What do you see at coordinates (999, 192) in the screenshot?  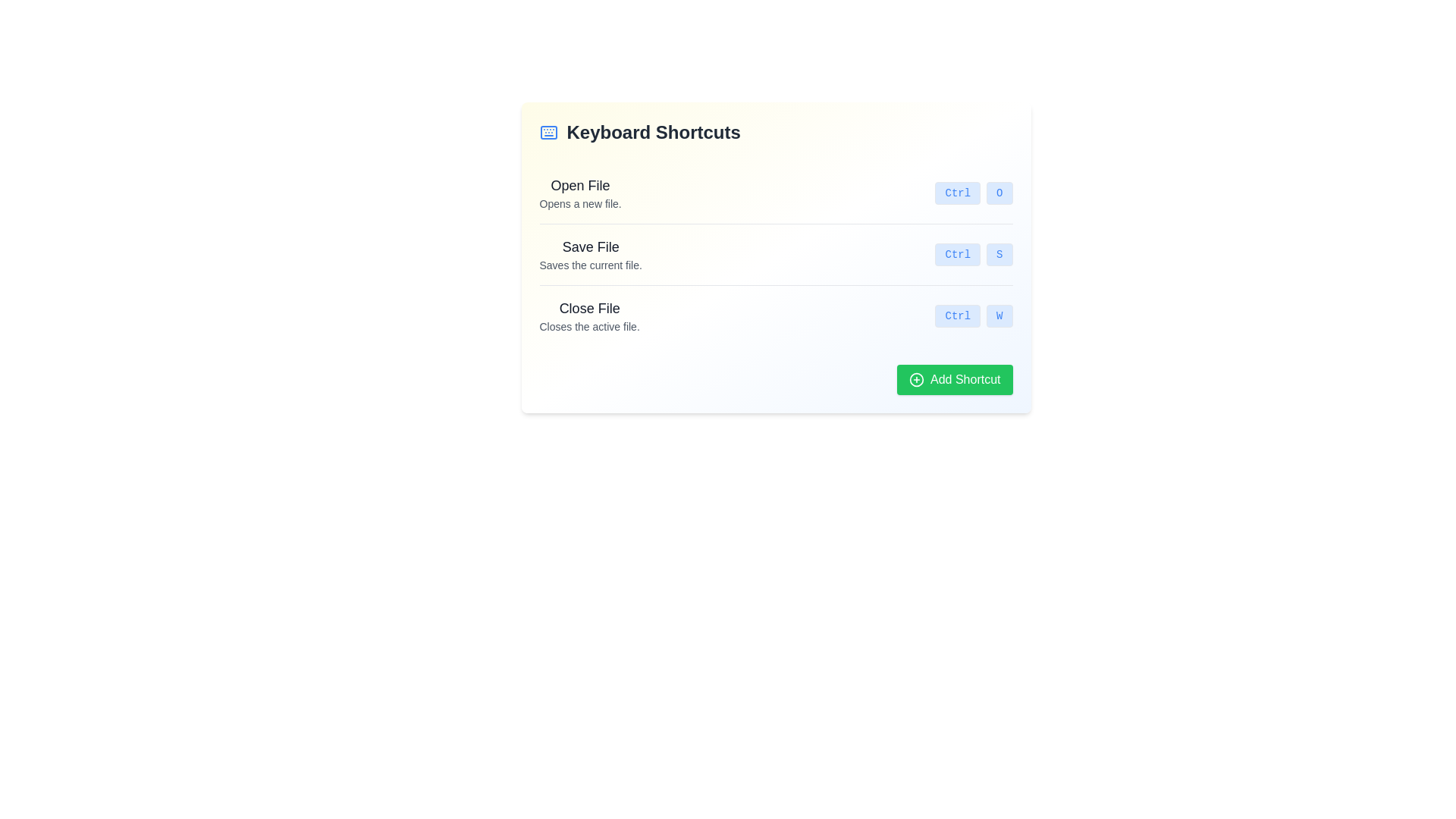 I see `the static display component representing the 'O' key in the 'Open File' shortcut, located to the right of 'Ctrl'` at bounding box center [999, 192].